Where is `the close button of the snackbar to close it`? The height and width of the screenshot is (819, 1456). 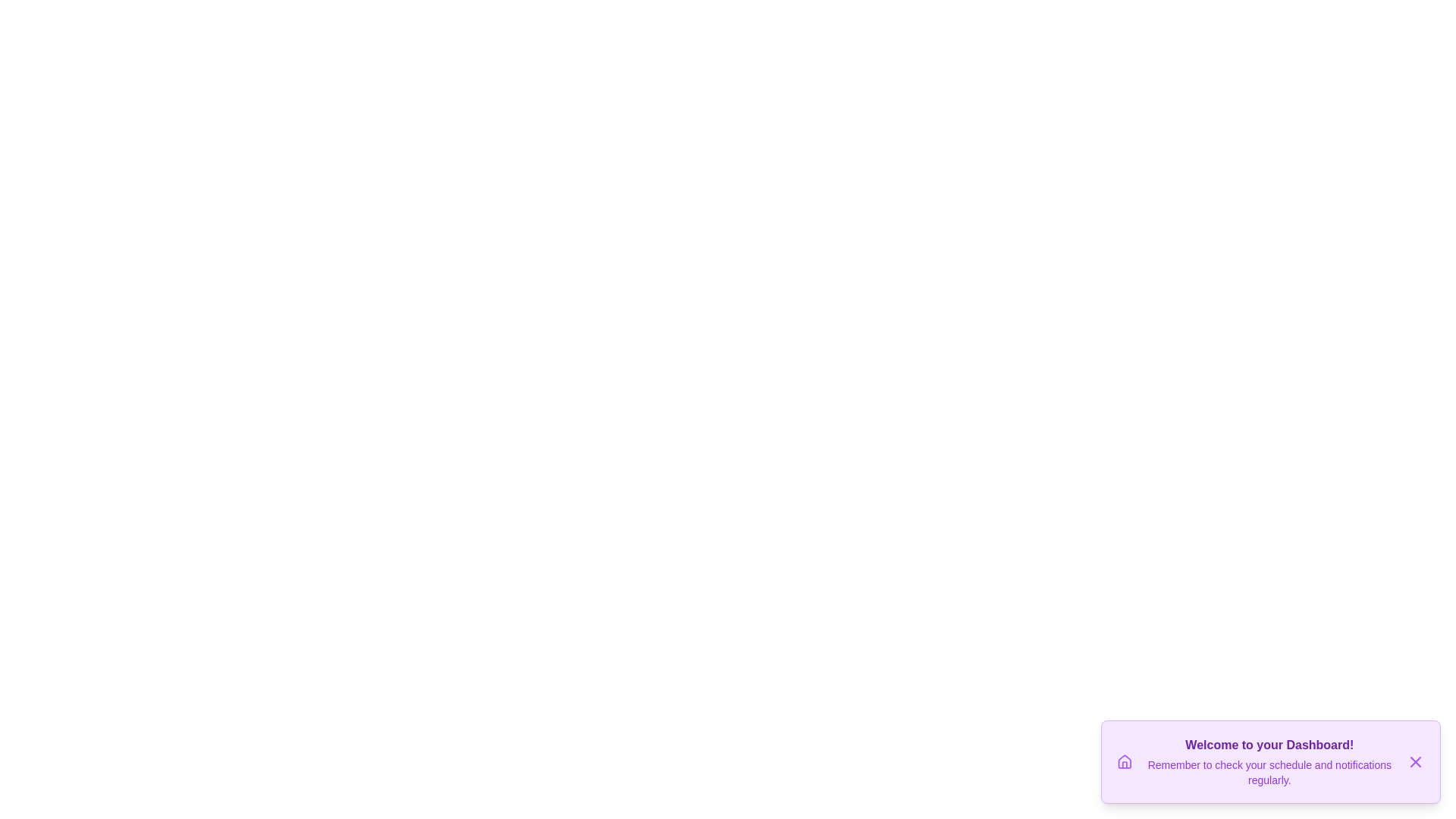
the close button of the snackbar to close it is located at coordinates (1415, 762).